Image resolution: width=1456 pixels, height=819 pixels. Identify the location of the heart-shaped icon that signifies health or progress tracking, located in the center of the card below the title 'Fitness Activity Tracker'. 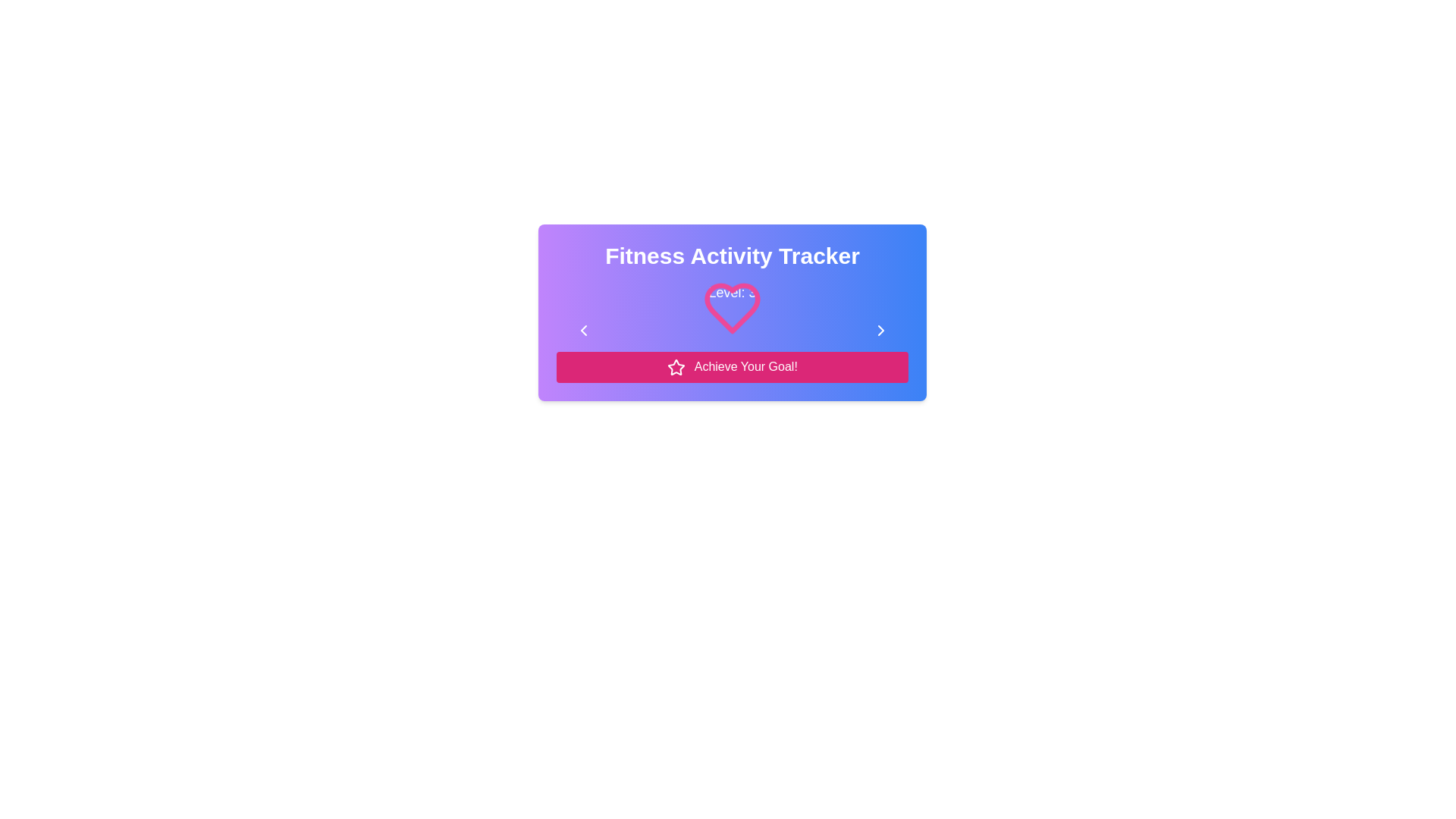
(732, 321).